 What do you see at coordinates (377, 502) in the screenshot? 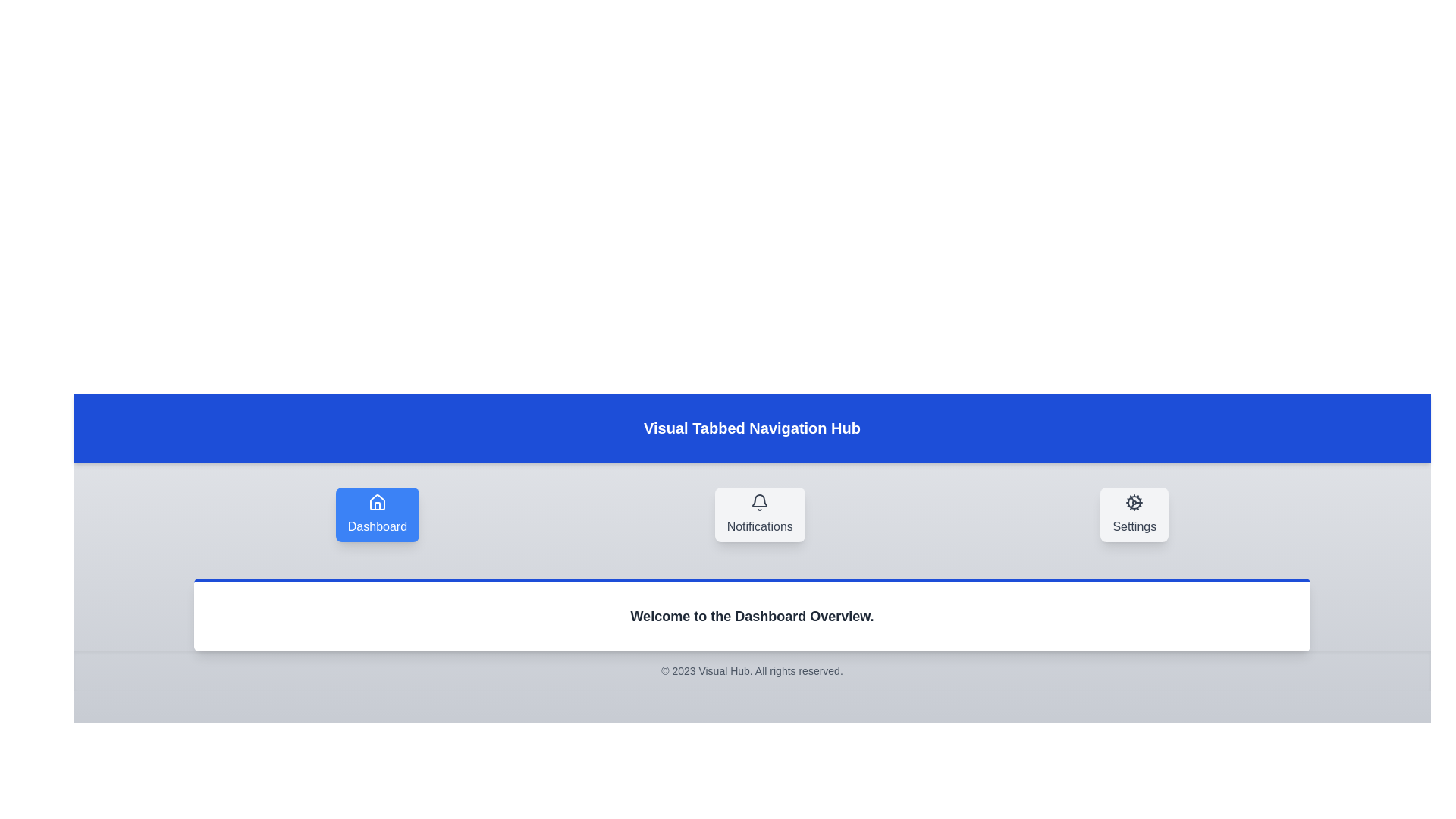
I see `the home icon that represents the 'Dashboard' functionality, which is centrally located within the Dashboard button and overlays a blue rounded rectangle background` at bounding box center [377, 502].